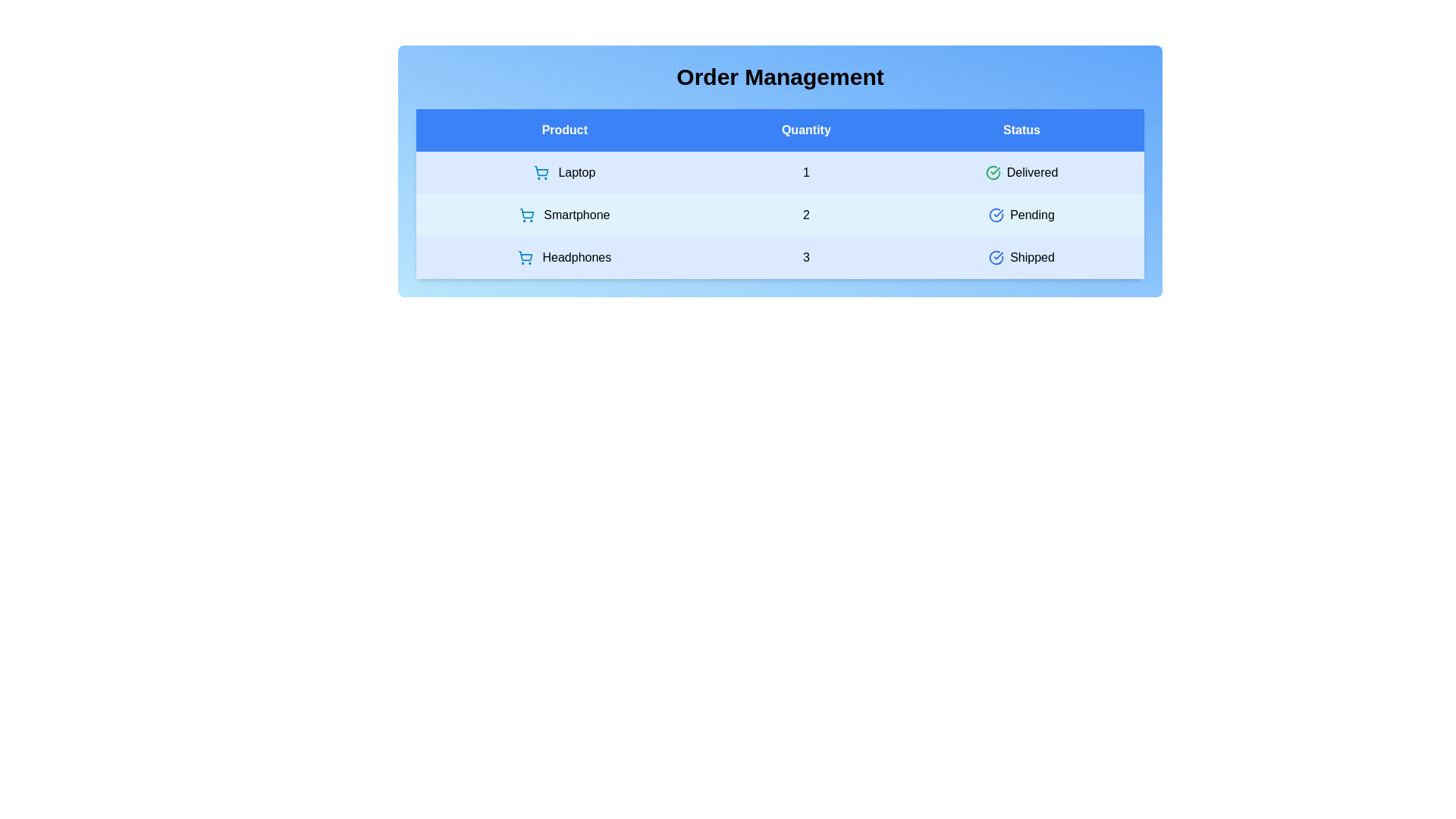 The width and height of the screenshot is (1456, 819). What do you see at coordinates (563, 130) in the screenshot?
I see `the header title 'Product' to sort the table by that column` at bounding box center [563, 130].